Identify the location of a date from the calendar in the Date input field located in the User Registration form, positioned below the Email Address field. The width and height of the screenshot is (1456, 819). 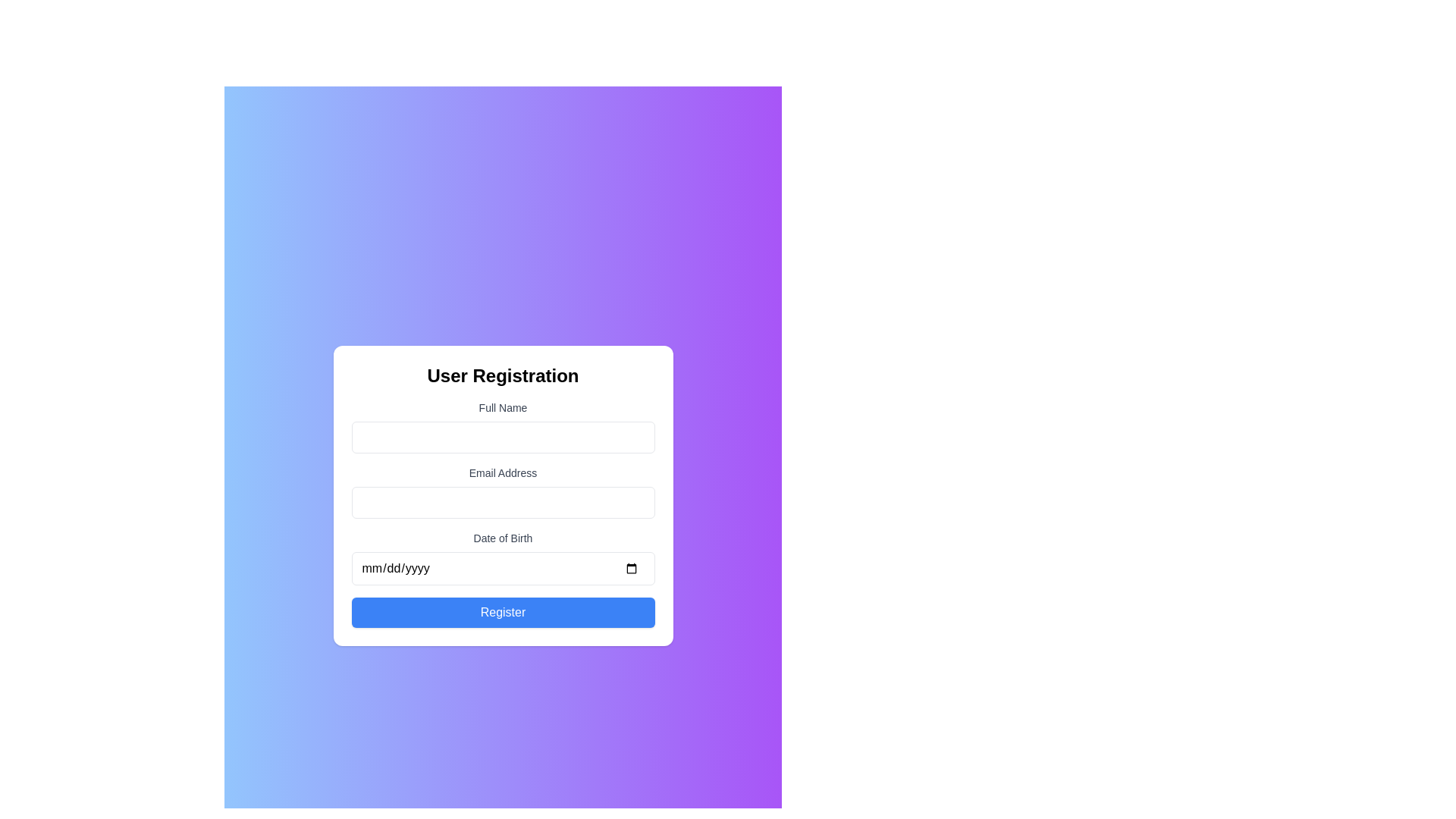
(503, 558).